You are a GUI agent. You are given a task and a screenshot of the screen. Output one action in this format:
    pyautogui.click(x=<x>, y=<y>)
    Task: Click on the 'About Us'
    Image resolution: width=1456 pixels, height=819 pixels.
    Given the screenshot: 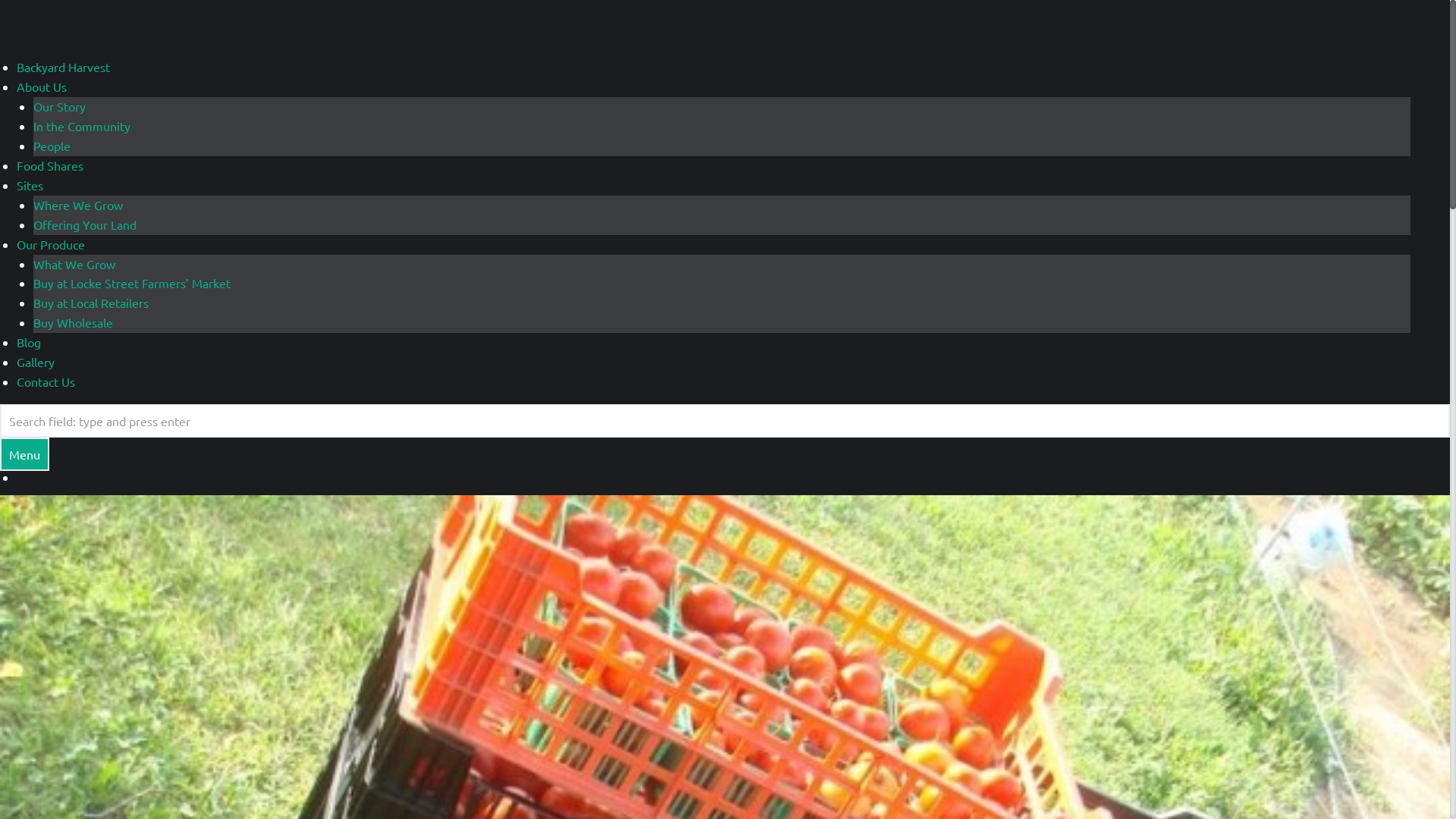 What is the action you would take?
    pyautogui.click(x=41, y=86)
    